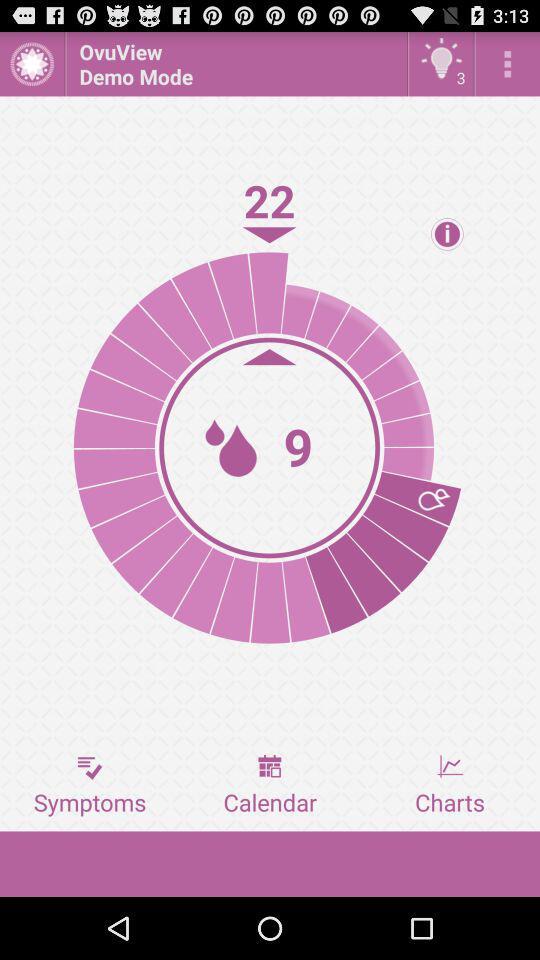 The image size is (540, 960). I want to click on charts, so click(449, 785).